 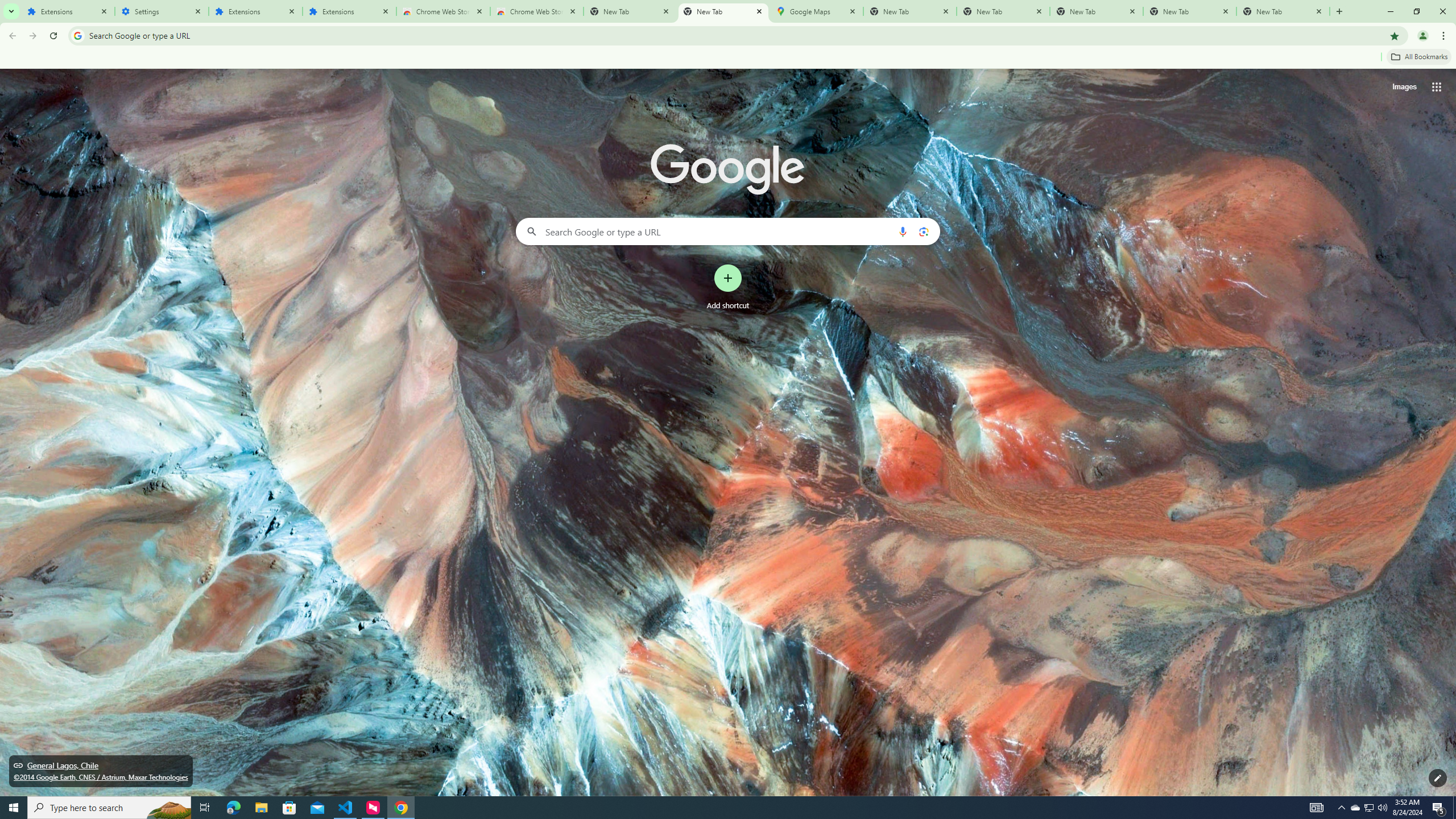 I want to click on 'Google Maps', so click(x=816, y=11).